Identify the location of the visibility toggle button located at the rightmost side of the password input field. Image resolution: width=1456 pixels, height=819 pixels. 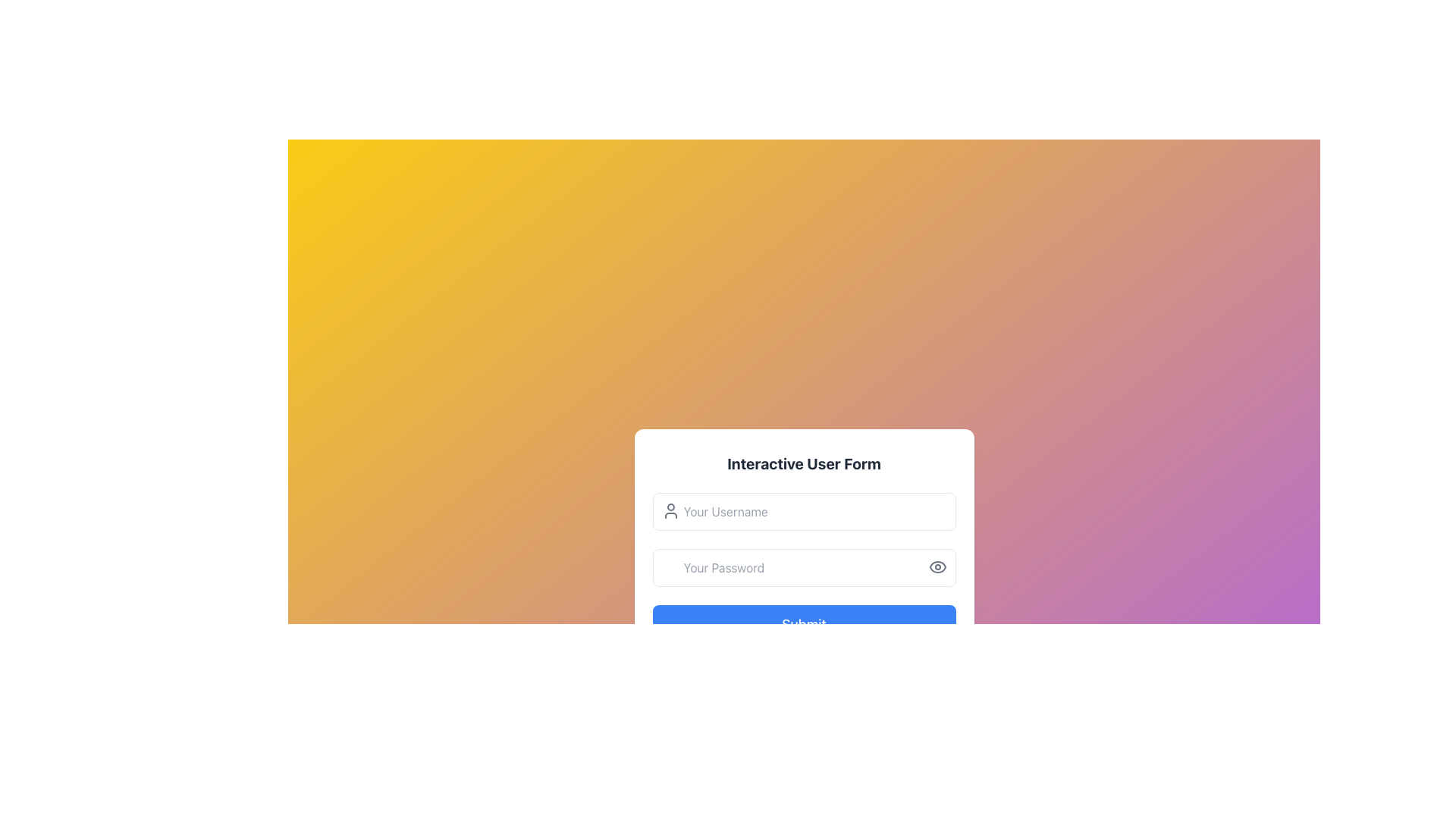
(937, 567).